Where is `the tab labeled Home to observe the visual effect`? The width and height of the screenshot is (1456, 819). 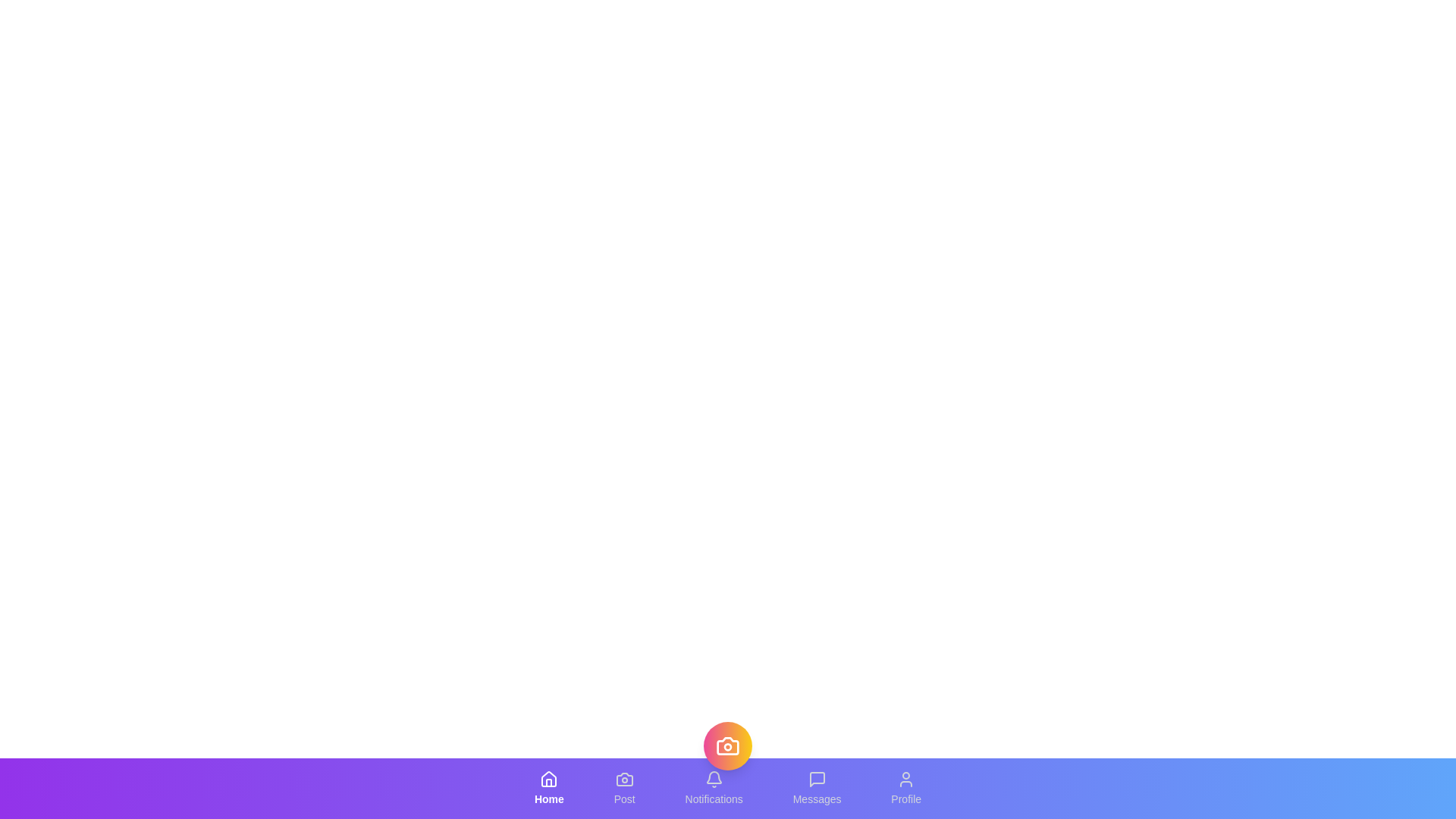
the tab labeled Home to observe the visual effect is located at coordinates (548, 788).